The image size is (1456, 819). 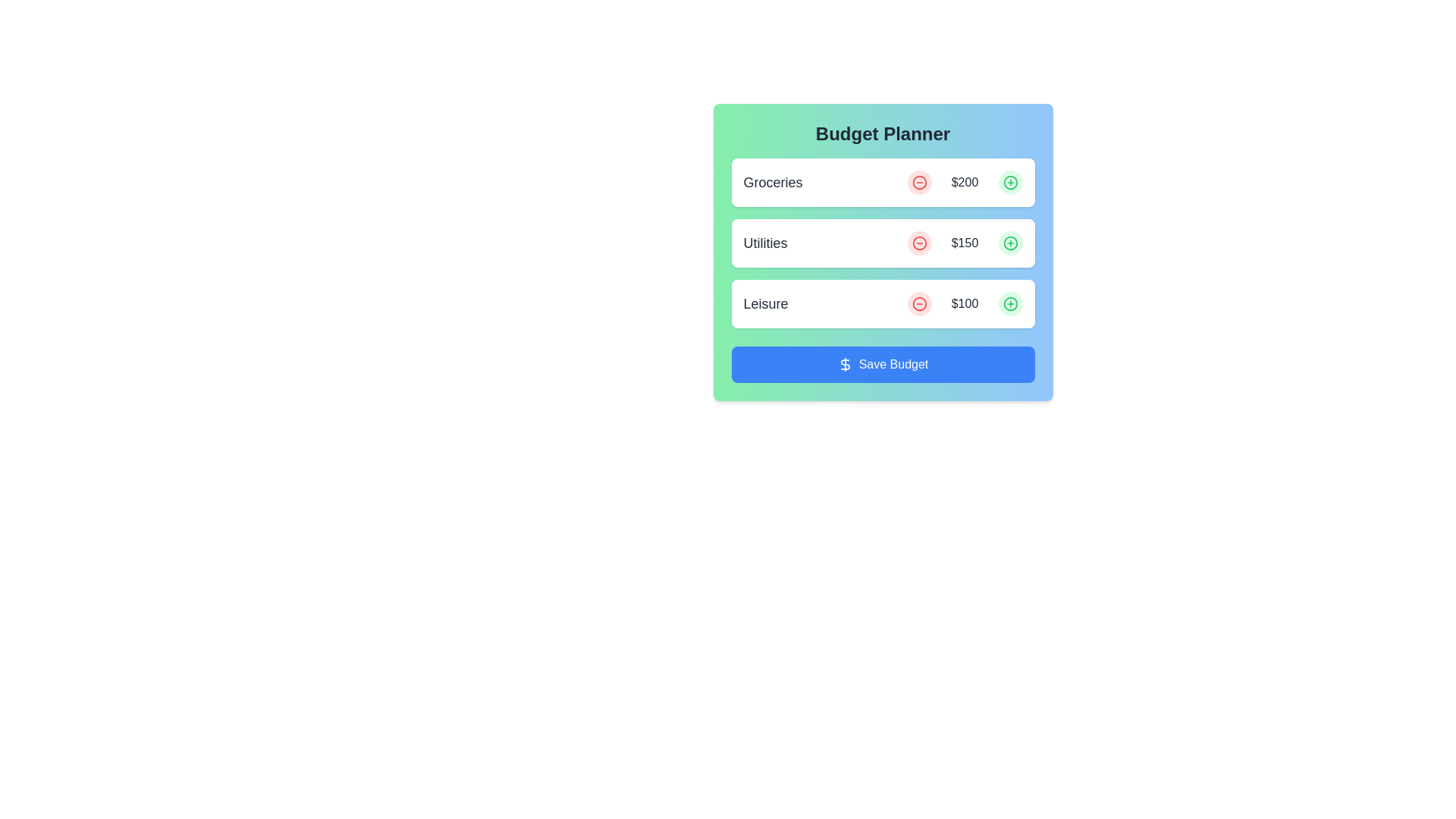 I want to click on the 'Save Budget' button, so click(x=883, y=365).